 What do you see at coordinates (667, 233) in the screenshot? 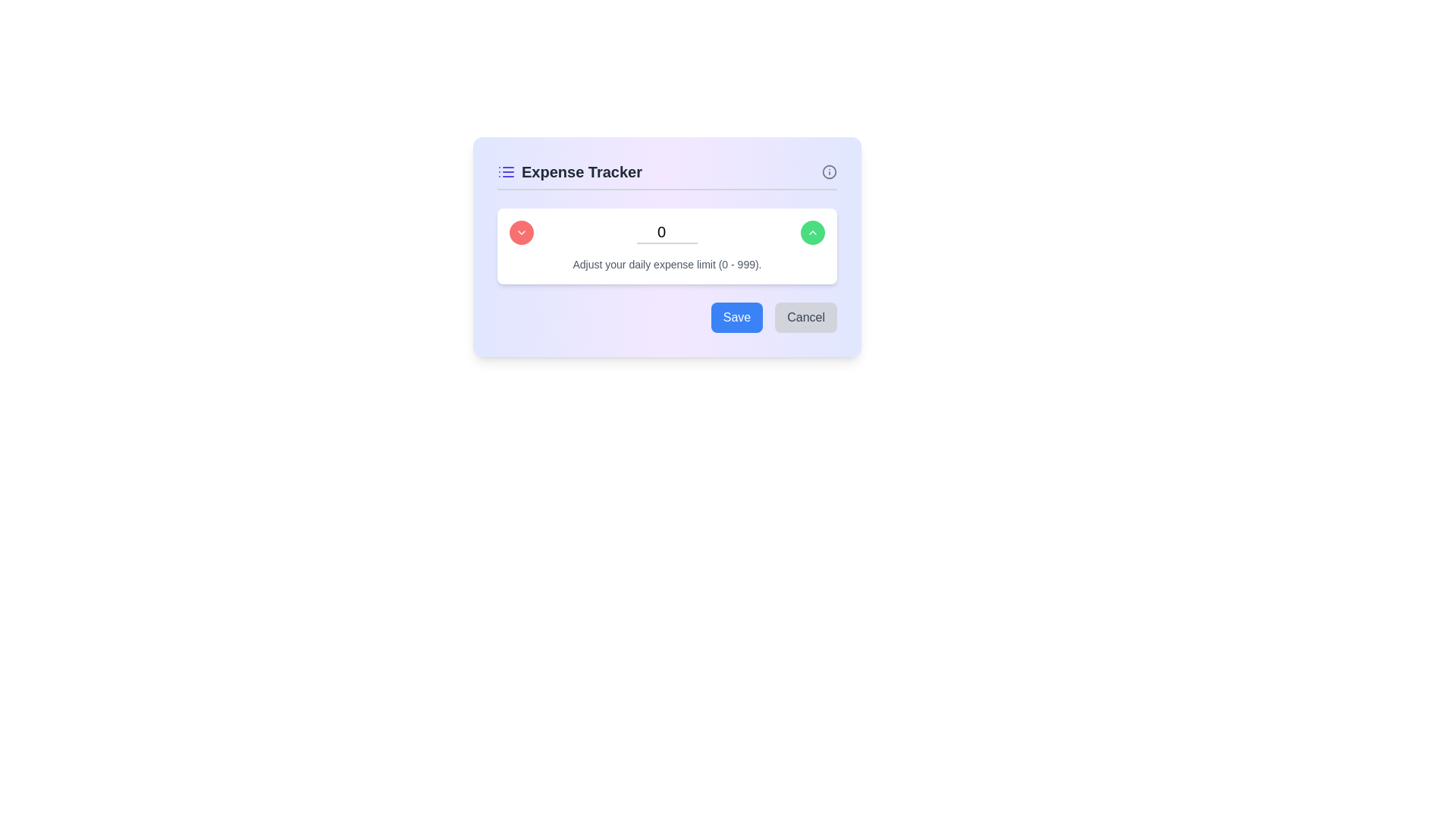
I see `the numeric input field to focus on it, which is centrally located between a red downward-facing arrow button and a green upward-facing arrow button` at bounding box center [667, 233].